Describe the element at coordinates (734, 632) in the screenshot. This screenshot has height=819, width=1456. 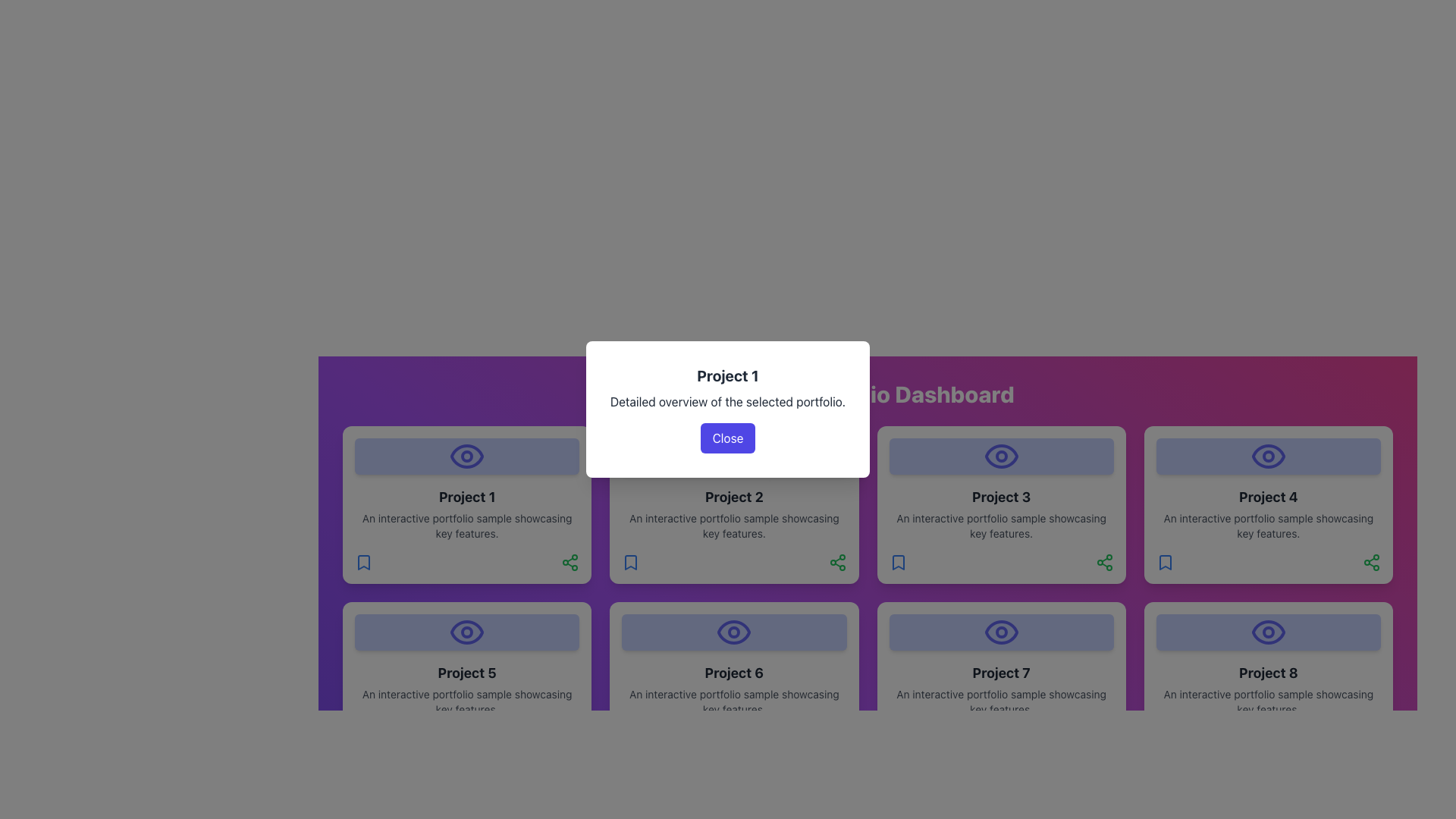
I see `the small circle located within the eye icon` at that location.